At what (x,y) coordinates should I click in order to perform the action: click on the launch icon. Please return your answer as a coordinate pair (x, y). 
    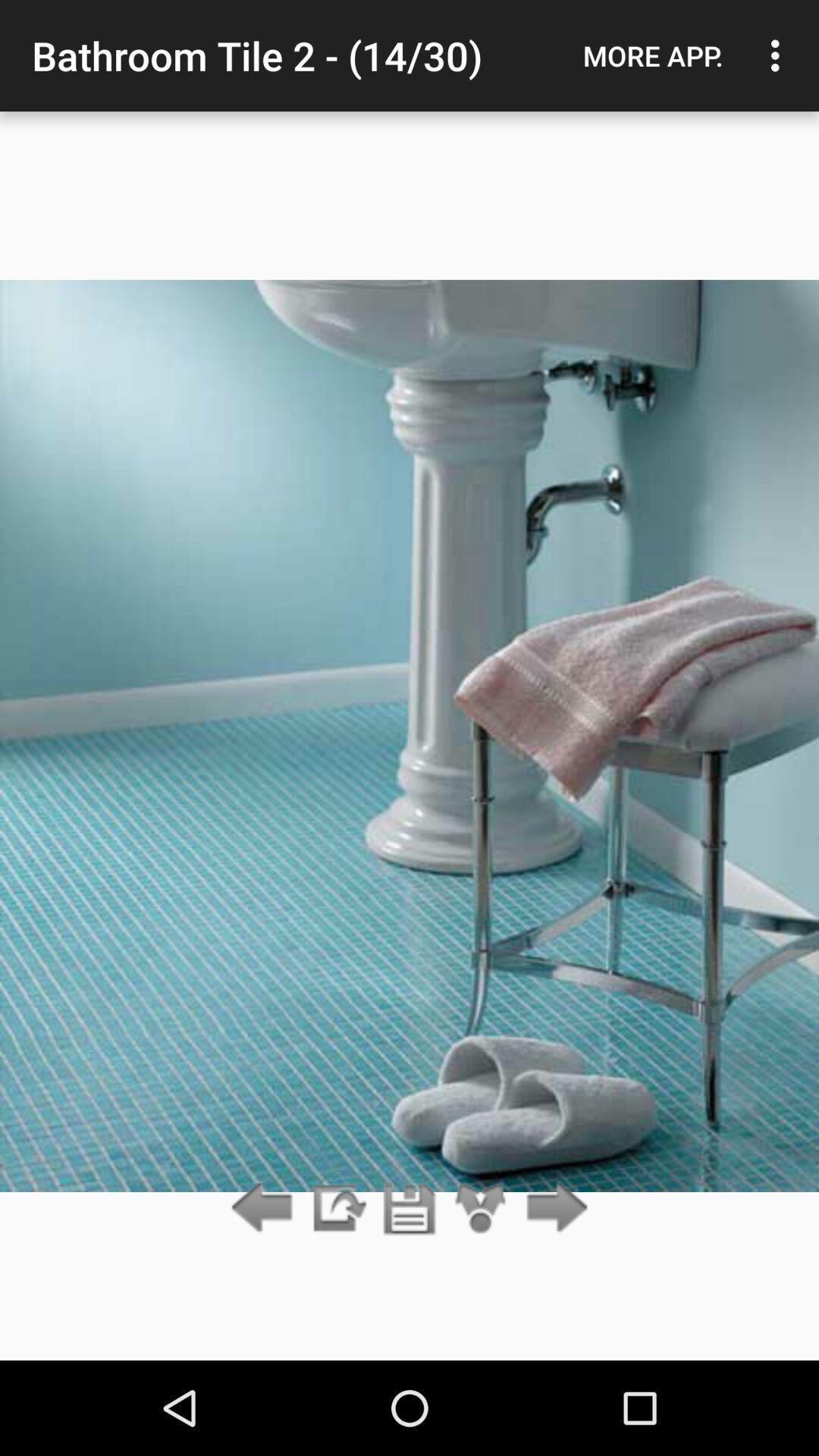
    Looking at the image, I should click on (337, 1208).